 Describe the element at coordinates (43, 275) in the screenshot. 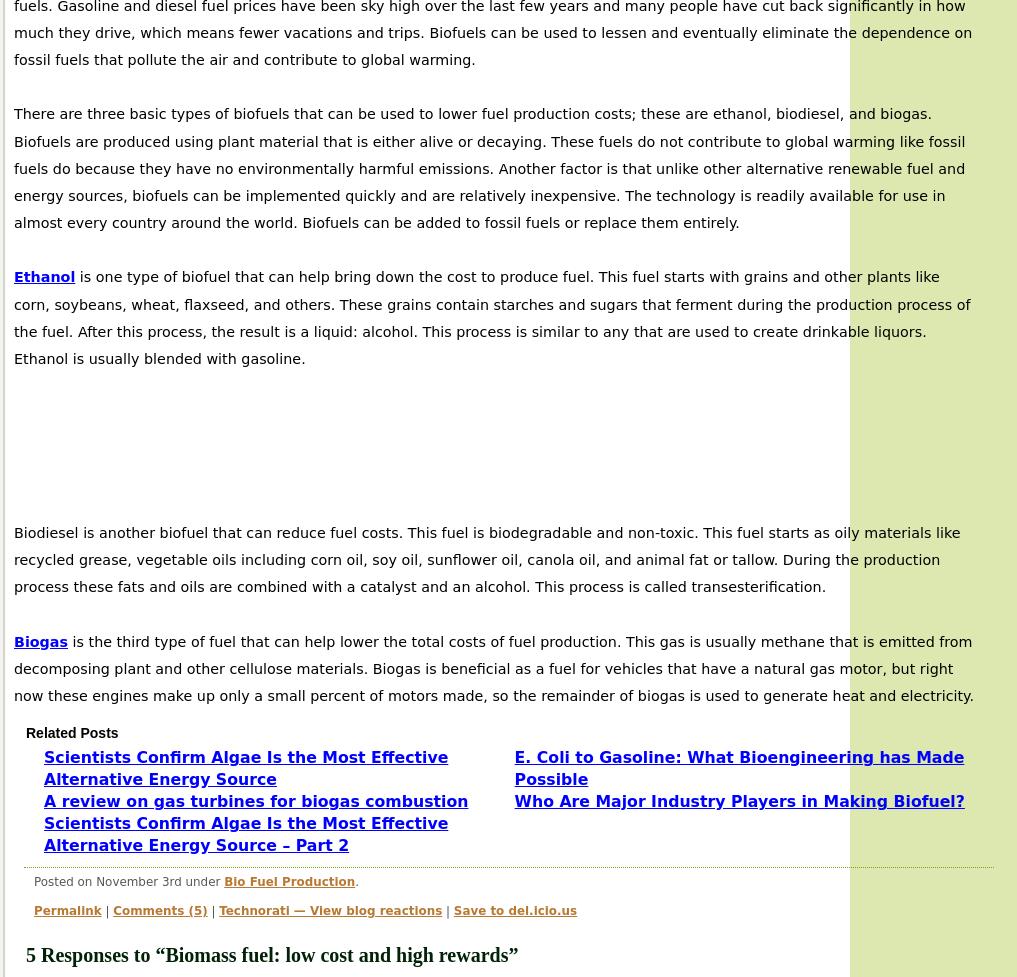

I see `'Ethanol'` at that location.